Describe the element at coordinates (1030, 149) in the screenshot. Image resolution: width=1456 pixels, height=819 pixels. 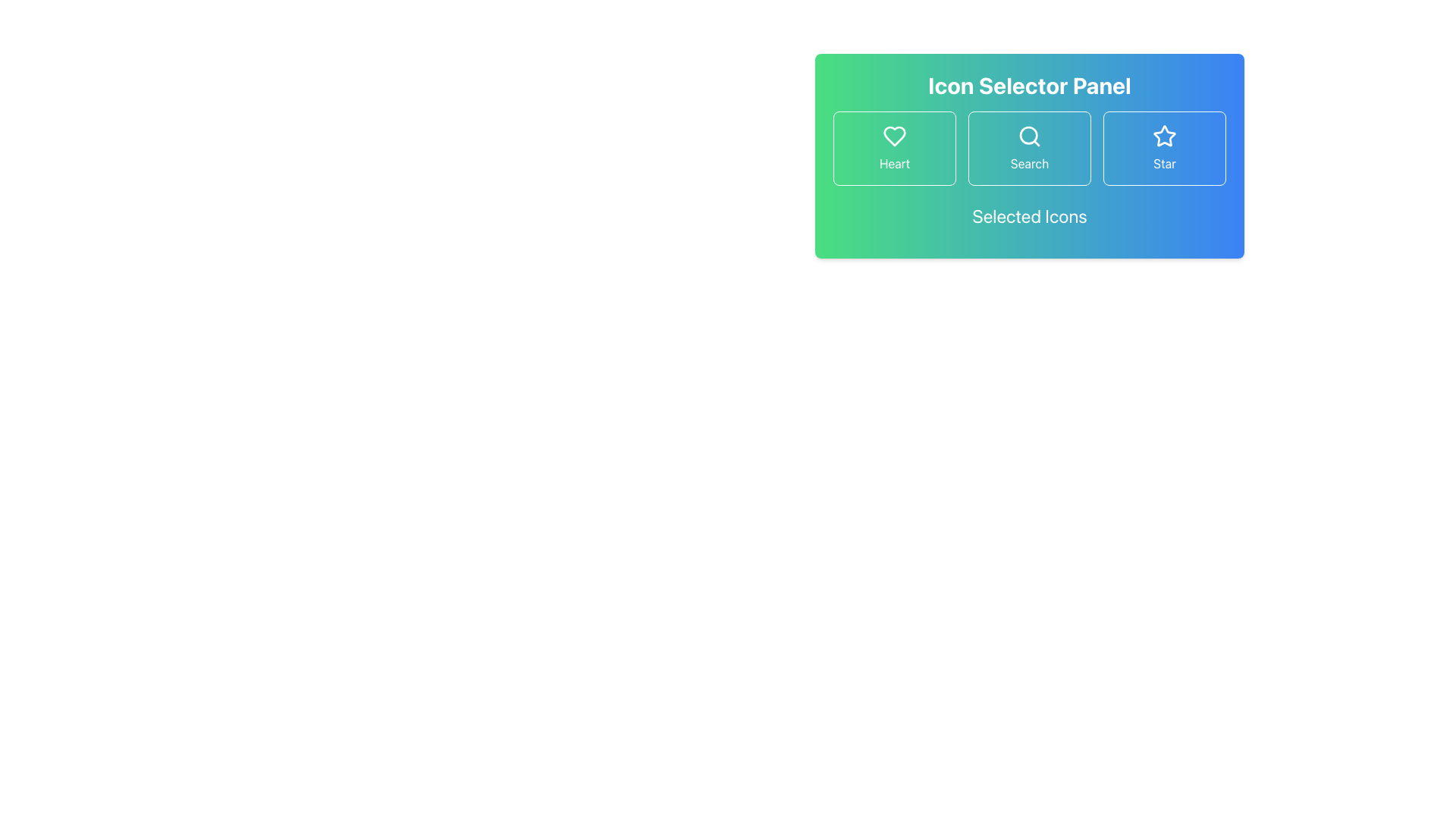
I see `the central button of the Grid layout containing 'Heart', 'Search', or 'Star' options` at that location.